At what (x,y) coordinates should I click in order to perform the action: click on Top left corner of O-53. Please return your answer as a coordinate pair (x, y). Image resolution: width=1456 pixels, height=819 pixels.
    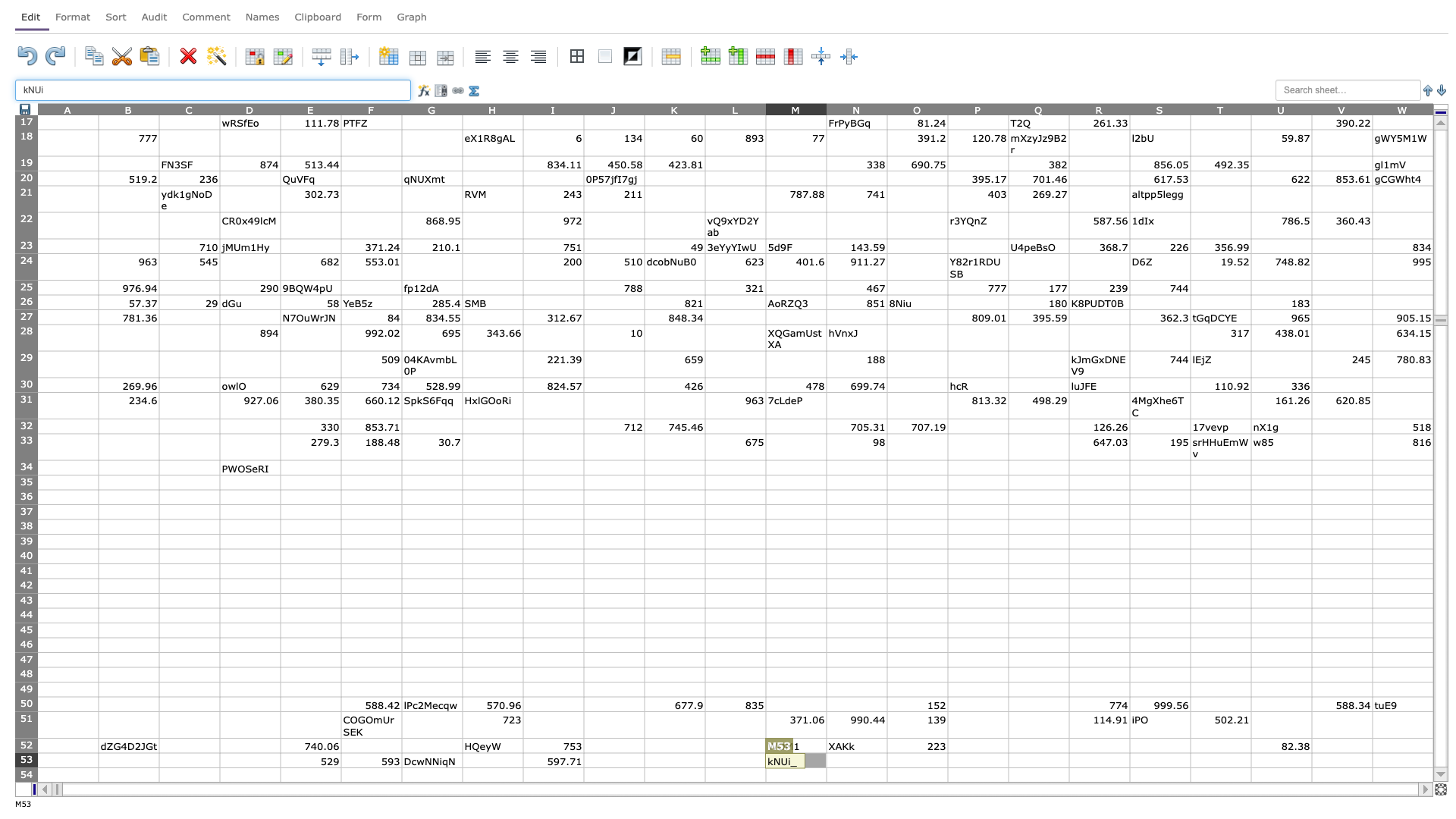
    Looking at the image, I should click on (887, 752).